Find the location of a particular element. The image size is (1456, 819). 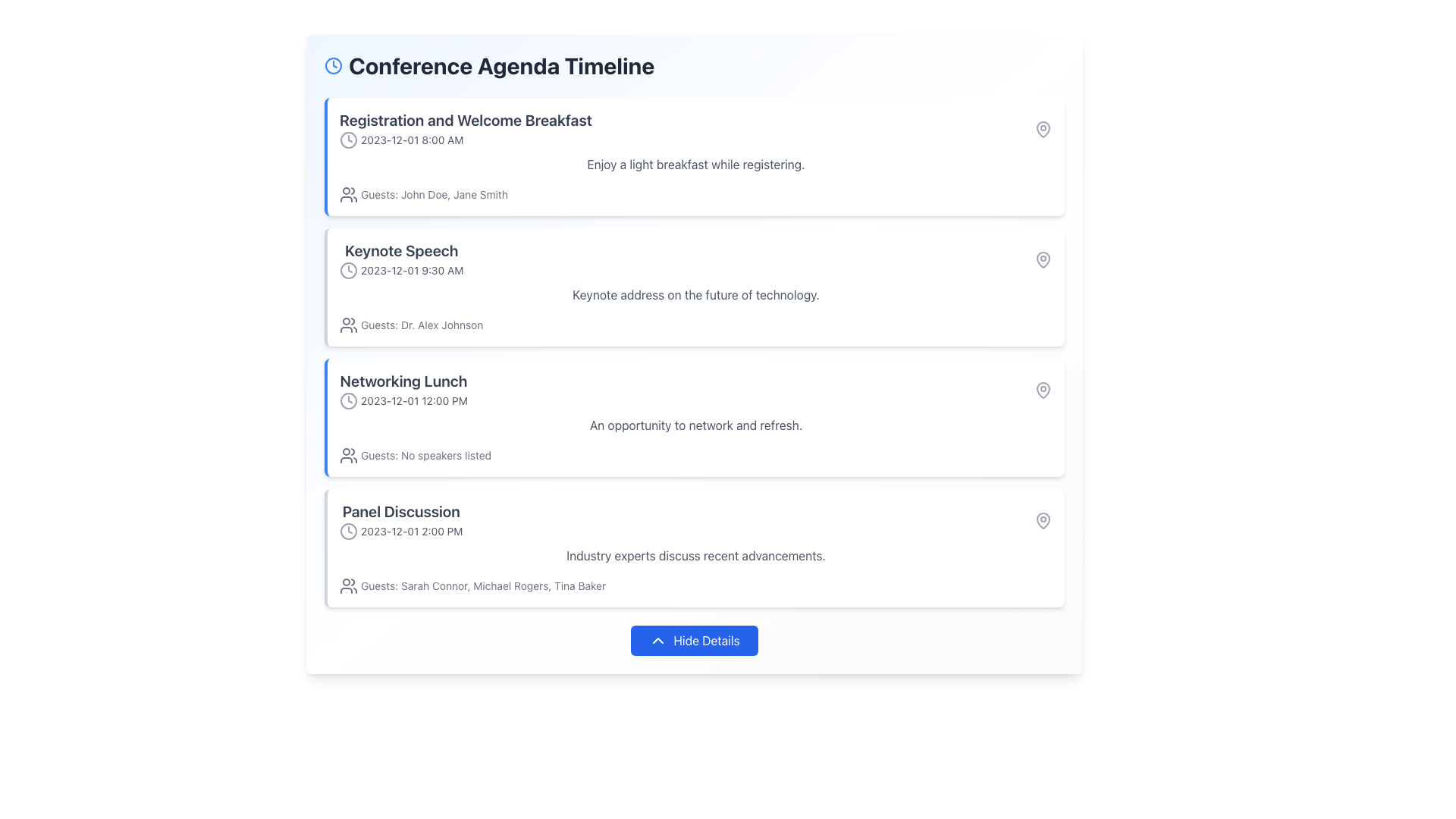

the Text label with an icon that displays the date and time for the 'Panel Discussion' event in the conference agenda, located below the 'Panel Discussion' title in the fourth panel is located at coordinates (401, 531).